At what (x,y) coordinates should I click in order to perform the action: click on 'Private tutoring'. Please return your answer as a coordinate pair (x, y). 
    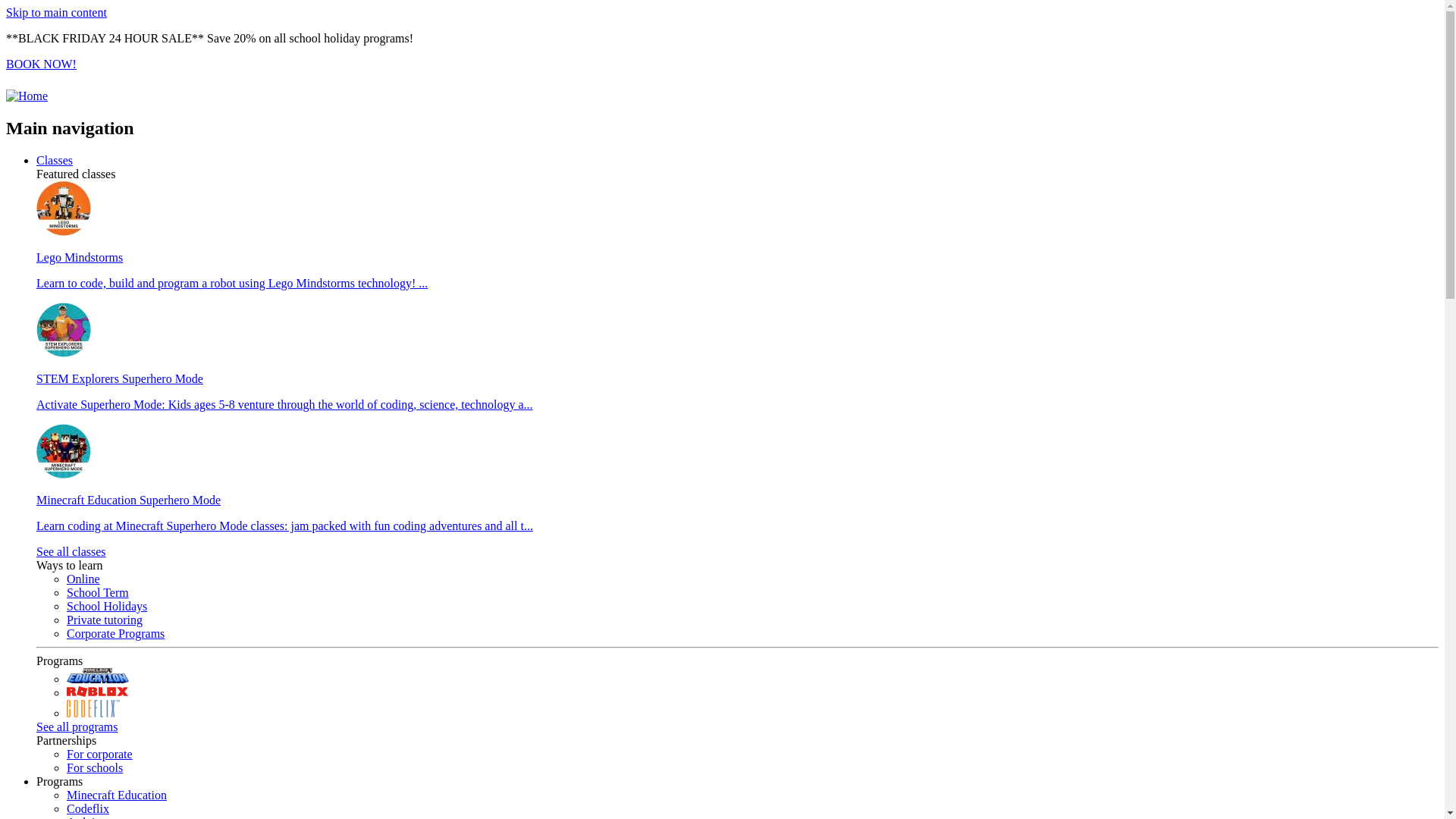
    Looking at the image, I should click on (104, 620).